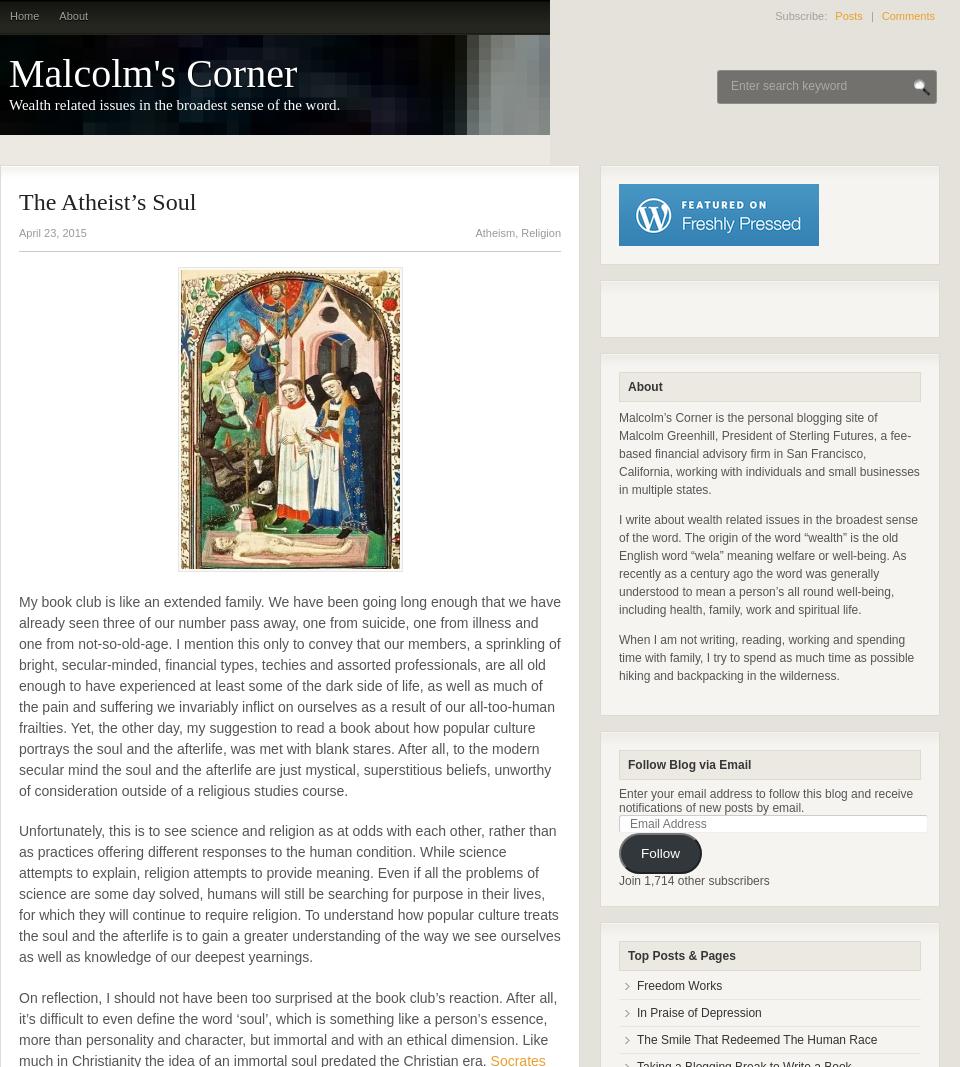 The image size is (960, 1067). I want to click on 'Home', so click(23, 15).